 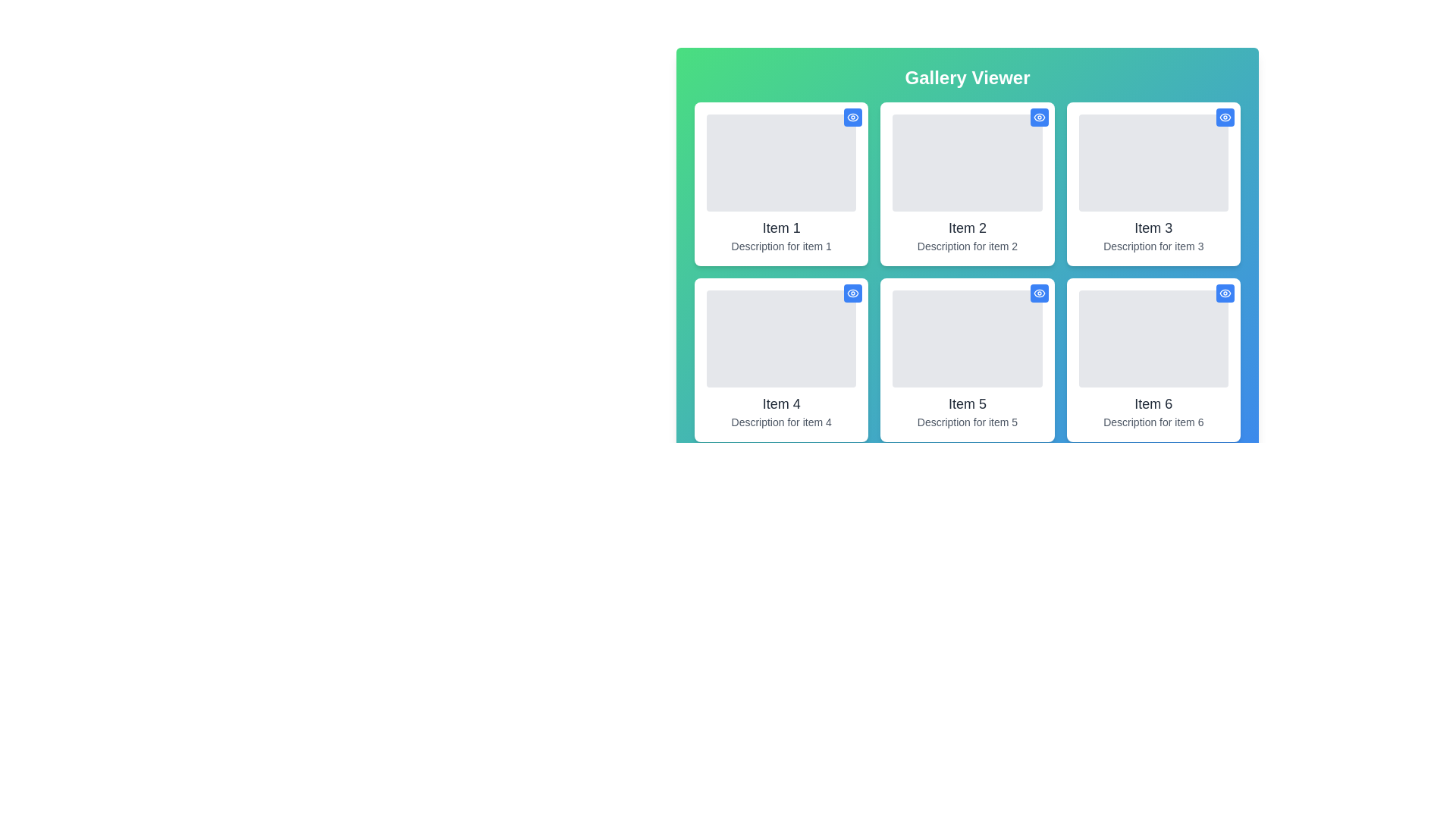 What do you see at coordinates (1153, 359) in the screenshot?
I see `the rectangular card for preview content that contains an image placeholder, the title 'Item 6', and a subtitle 'Description for item 6', with a blue button in the top-right corner` at bounding box center [1153, 359].